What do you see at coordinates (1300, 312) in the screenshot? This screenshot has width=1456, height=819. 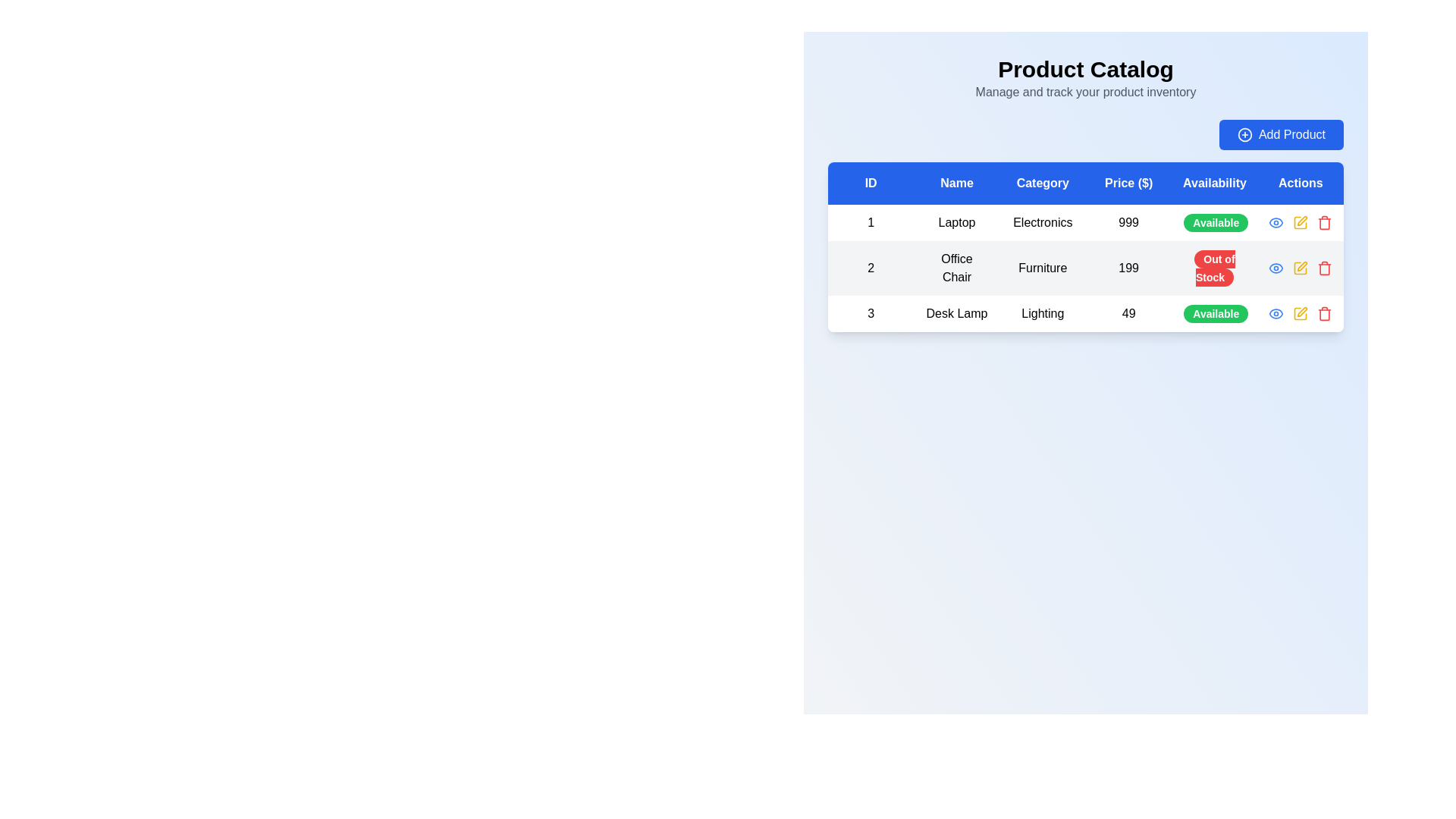 I see `the yellow pencil icon button in the 'Actions' column of the third row for the 'Desk Lamp' entry` at bounding box center [1300, 312].